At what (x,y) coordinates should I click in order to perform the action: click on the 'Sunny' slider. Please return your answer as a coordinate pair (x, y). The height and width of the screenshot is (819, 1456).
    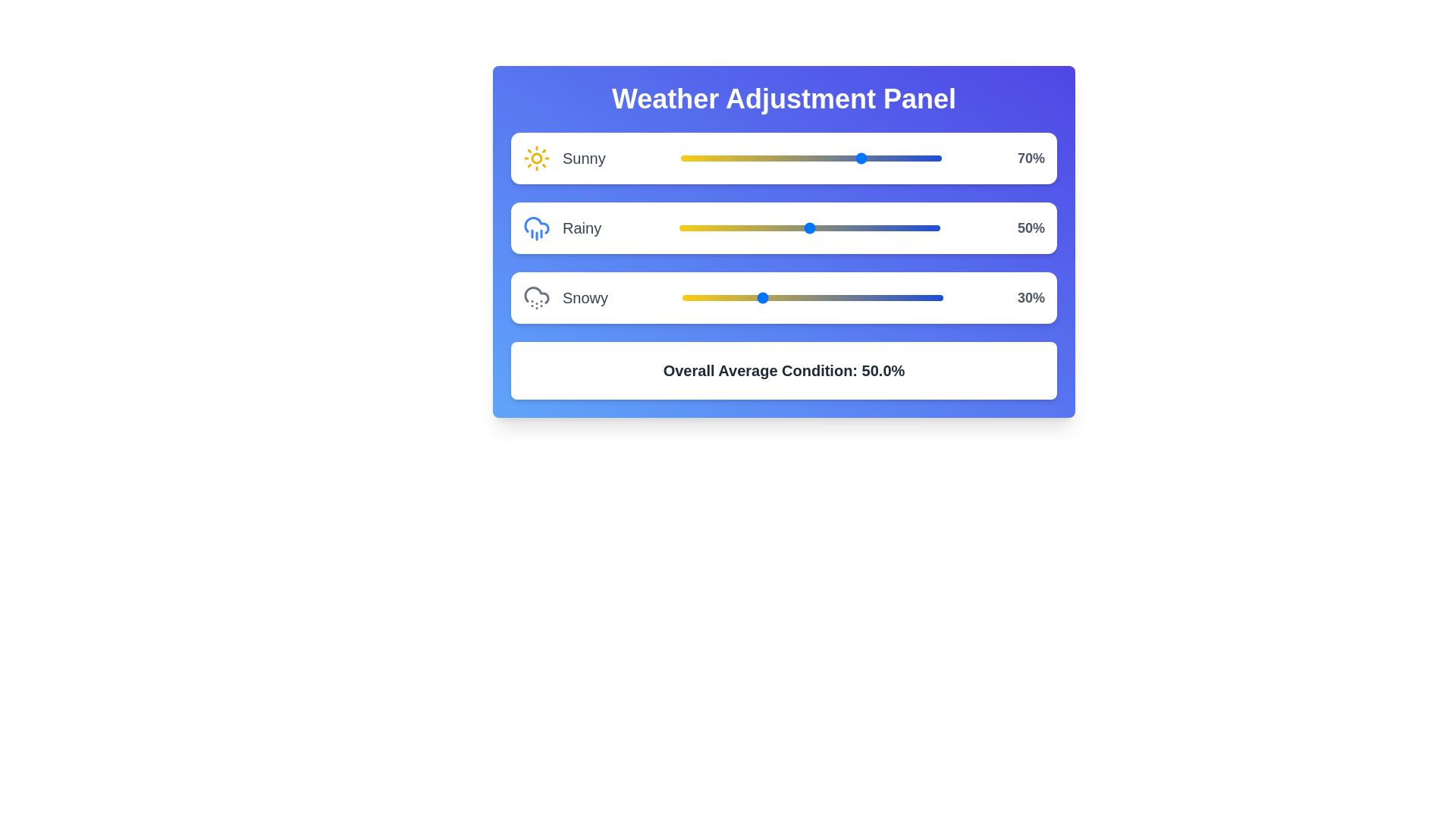
    Looking at the image, I should click on (767, 155).